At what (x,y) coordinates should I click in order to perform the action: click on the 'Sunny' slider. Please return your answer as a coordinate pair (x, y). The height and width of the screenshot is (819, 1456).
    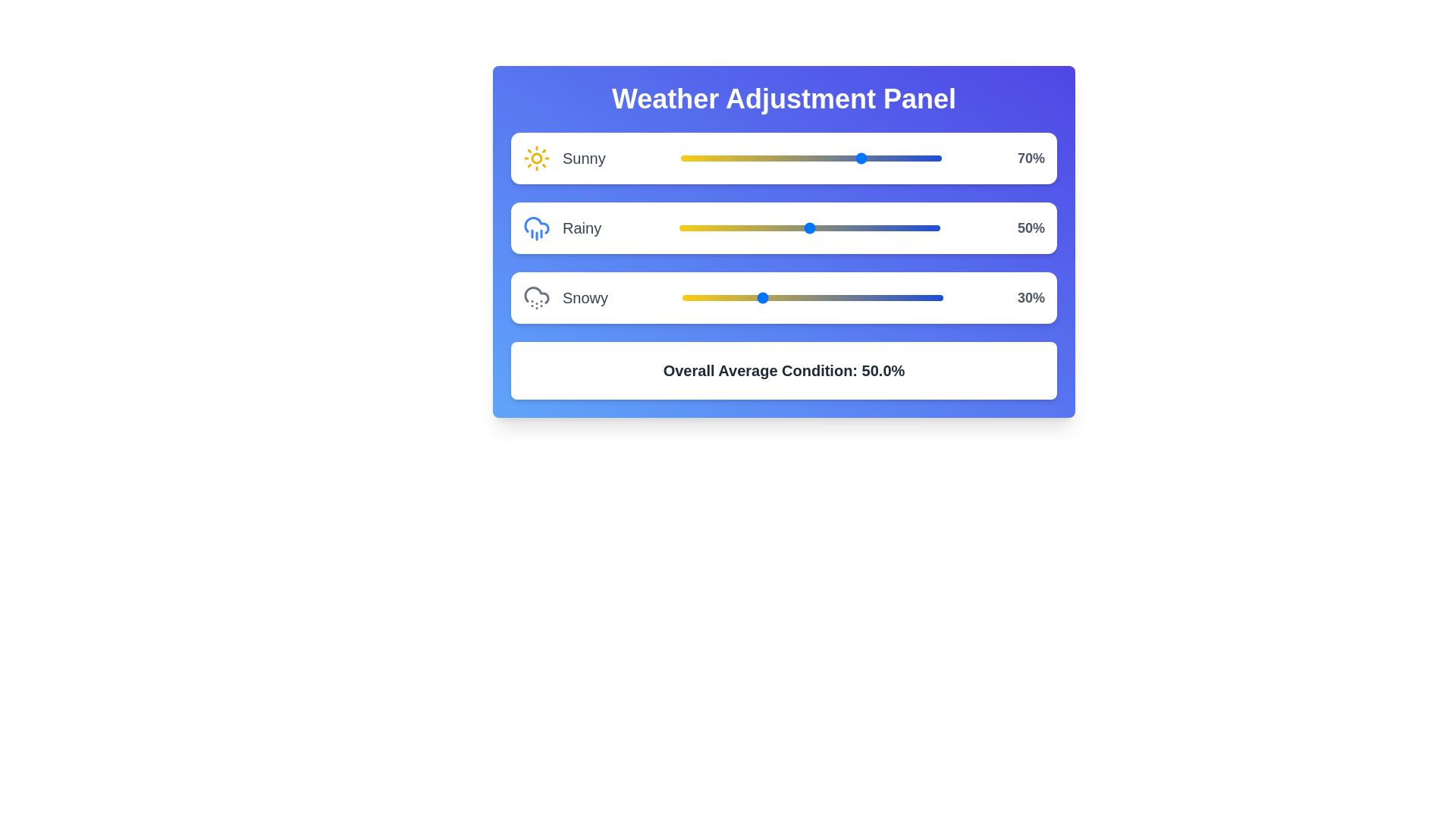
    Looking at the image, I should click on (767, 155).